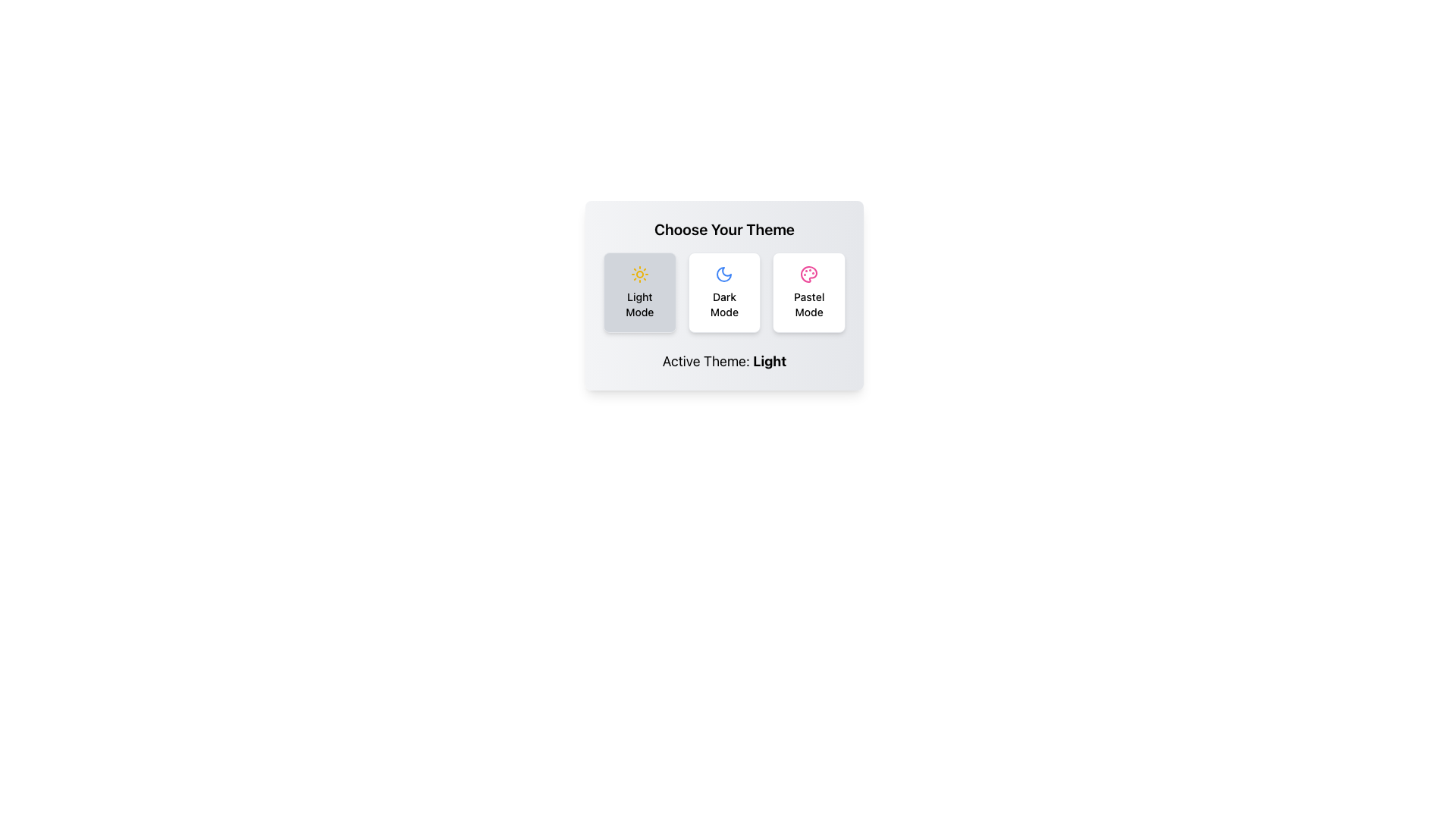 This screenshot has height=819, width=1456. What do you see at coordinates (639, 275) in the screenshot?
I see `the sun icon within the leftmost button of the theme selection interface` at bounding box center [639, 275].